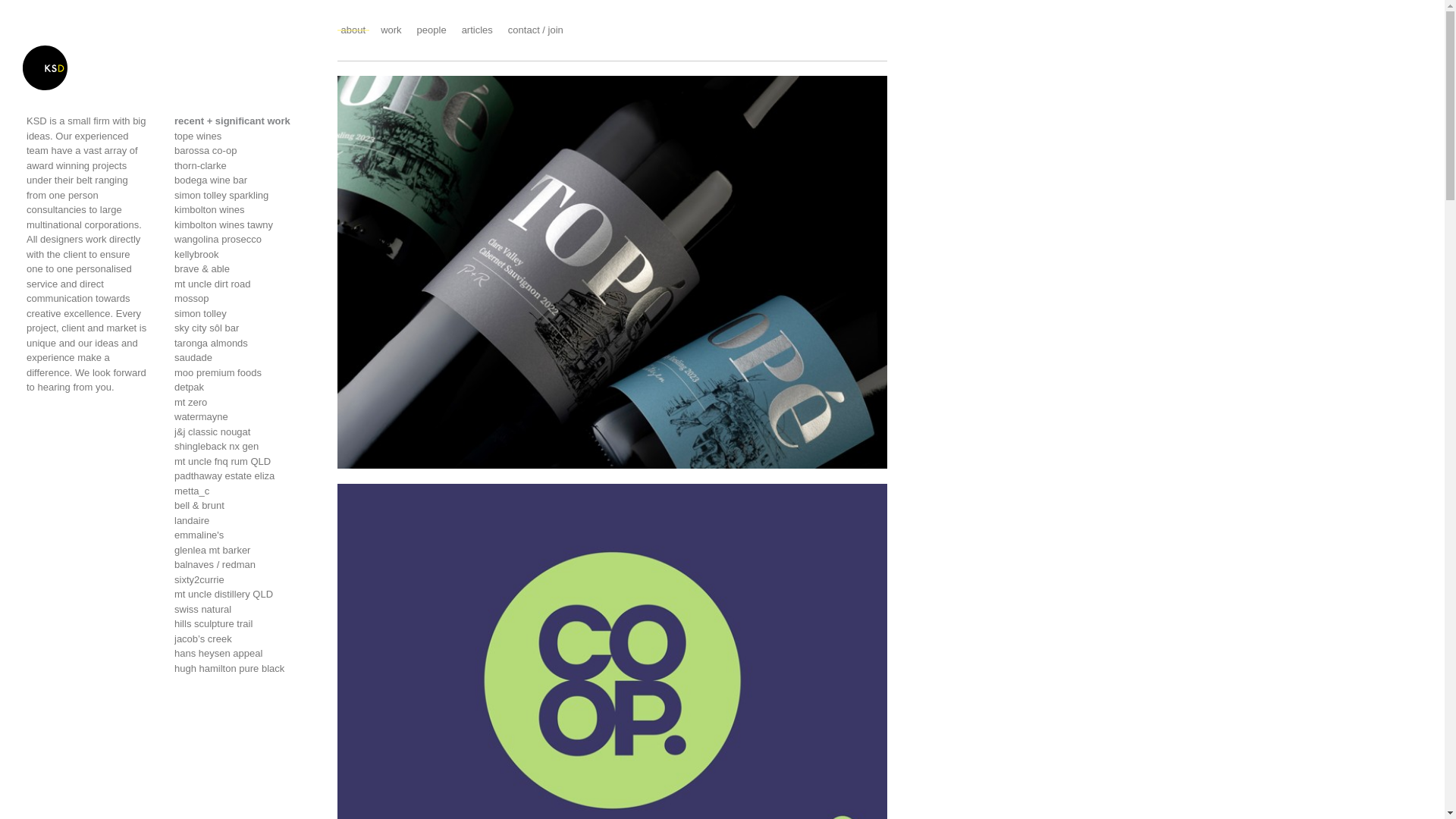 The width and height of the screenshot is (1456, 819). I want to click on 'detpak', so click(243, 386).